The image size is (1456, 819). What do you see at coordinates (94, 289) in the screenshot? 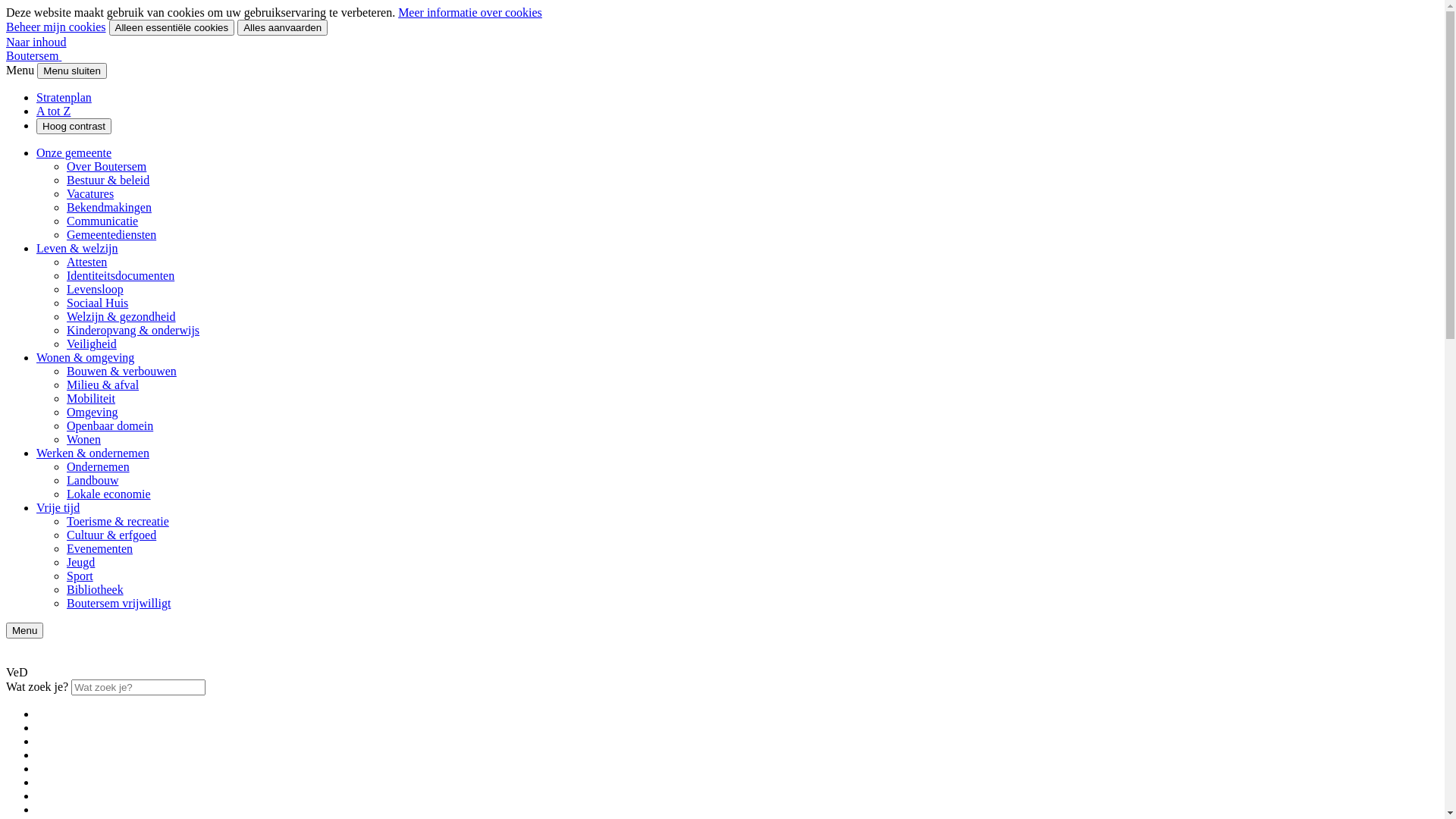
I see `'Levensloop'` at bounding box center [94, 289].